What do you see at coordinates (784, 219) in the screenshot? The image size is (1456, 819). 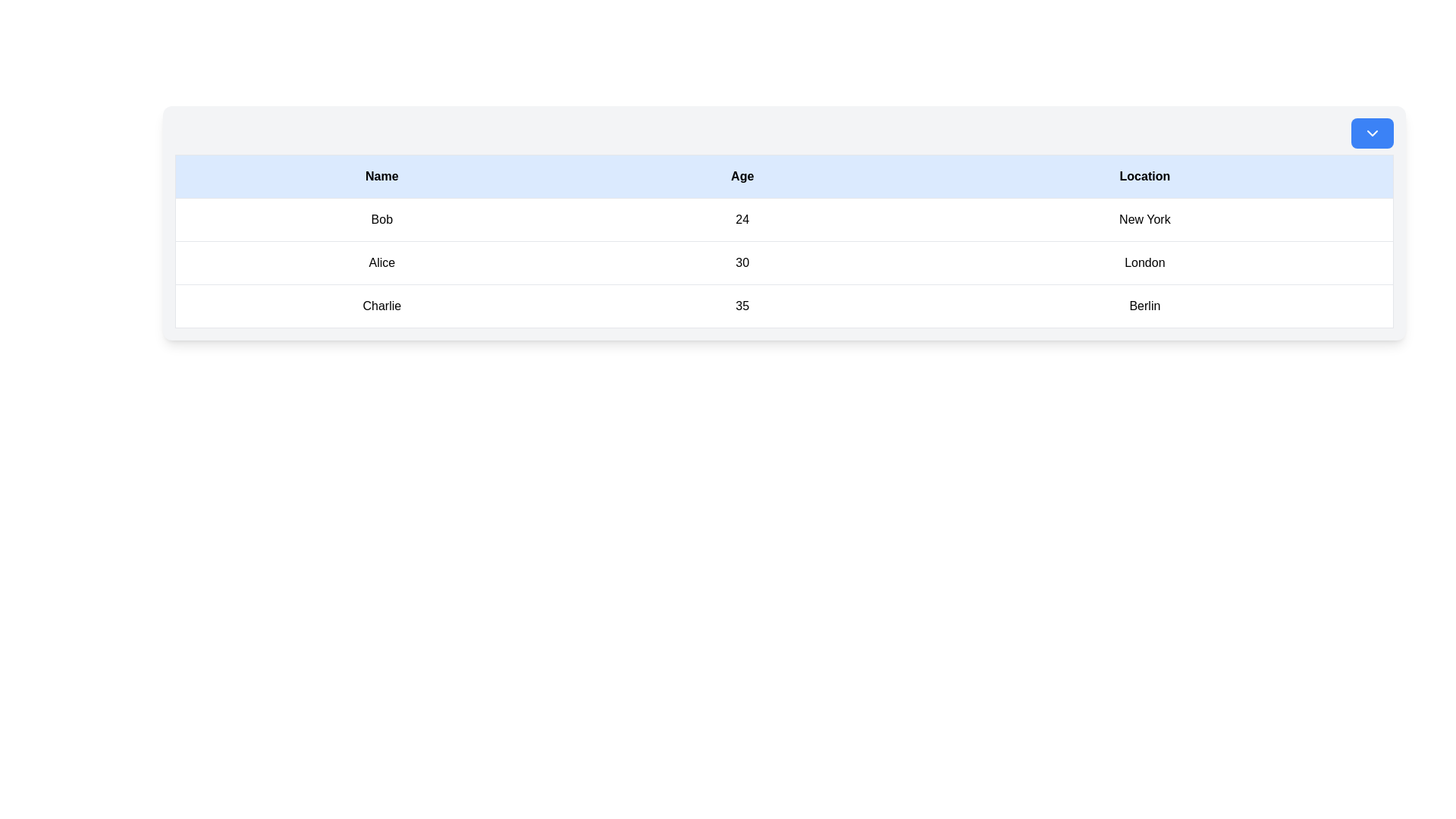 I see `data represented in the first row of the table, which contains the name 'Bob', age '24', and location 'New York'` at bounding box center [784, 219].